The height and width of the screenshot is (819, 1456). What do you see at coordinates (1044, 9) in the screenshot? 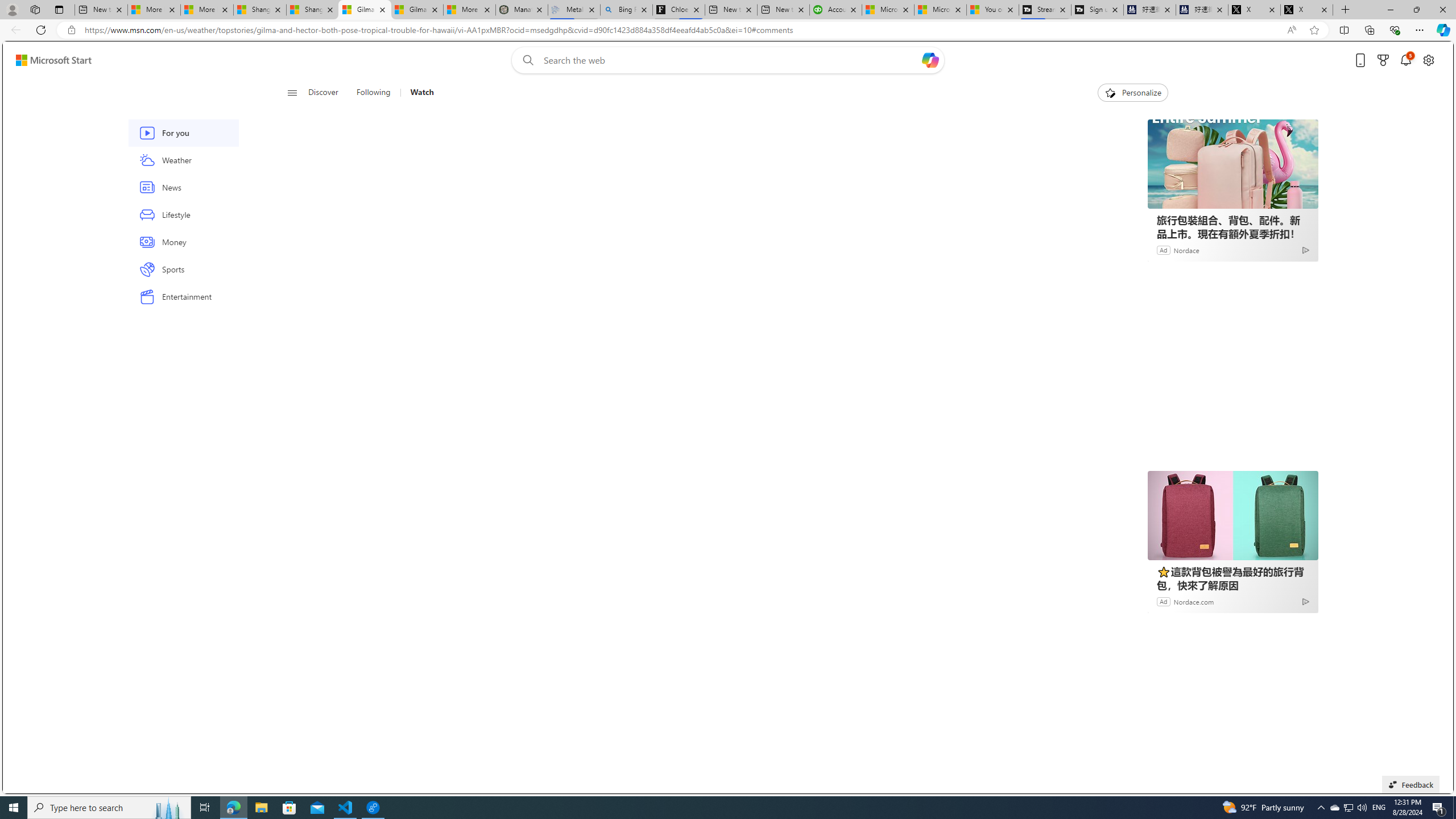
I see `'Streaming Coverage | T3'` at bounding box center [1044, 9].